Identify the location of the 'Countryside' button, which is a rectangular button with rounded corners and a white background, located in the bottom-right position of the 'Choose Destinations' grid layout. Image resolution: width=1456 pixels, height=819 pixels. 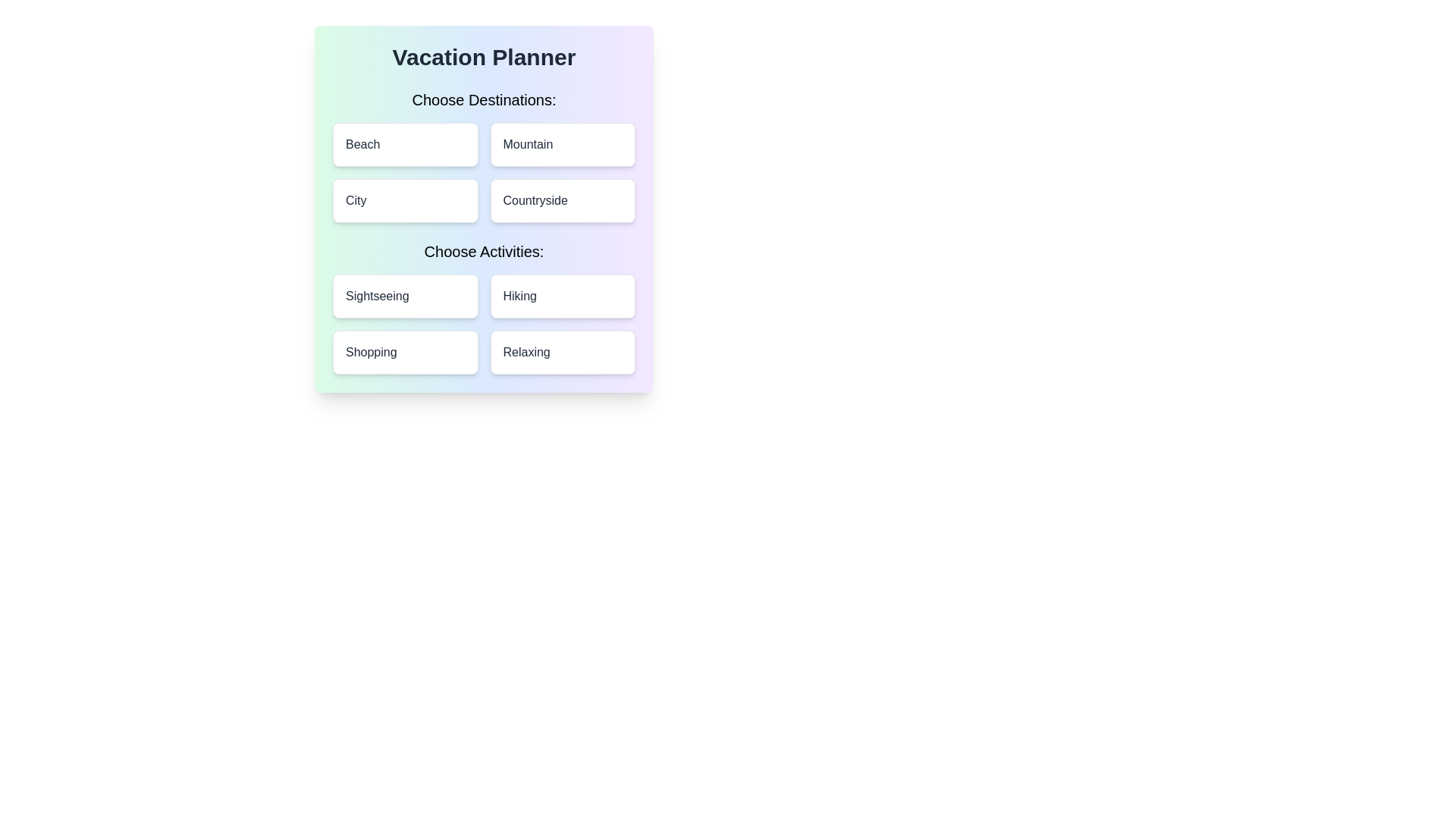
(562, 200).